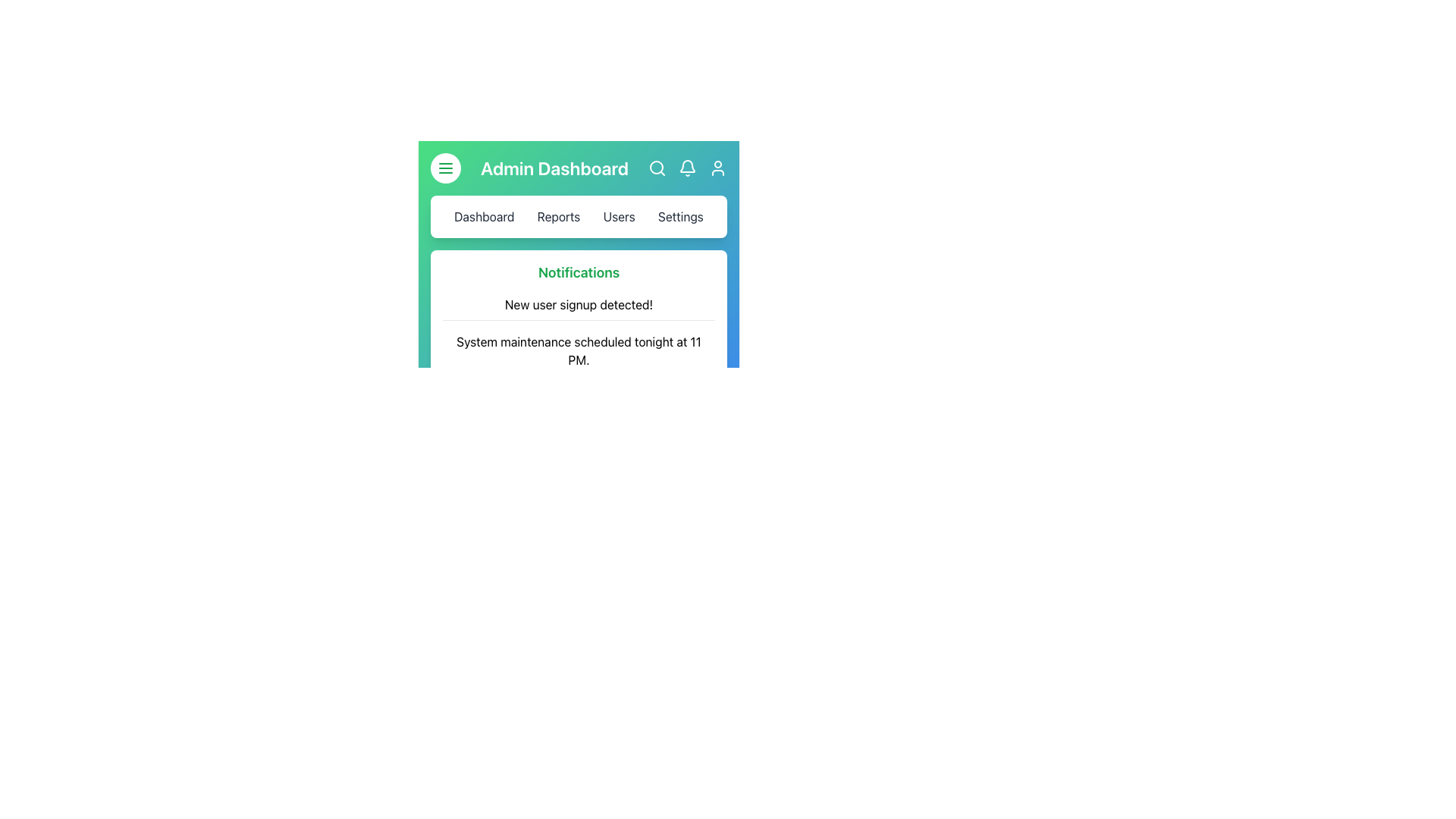 The image size is (1456, 819). I want to click on the 'Reports' navigation menu item, so click(578, 216).